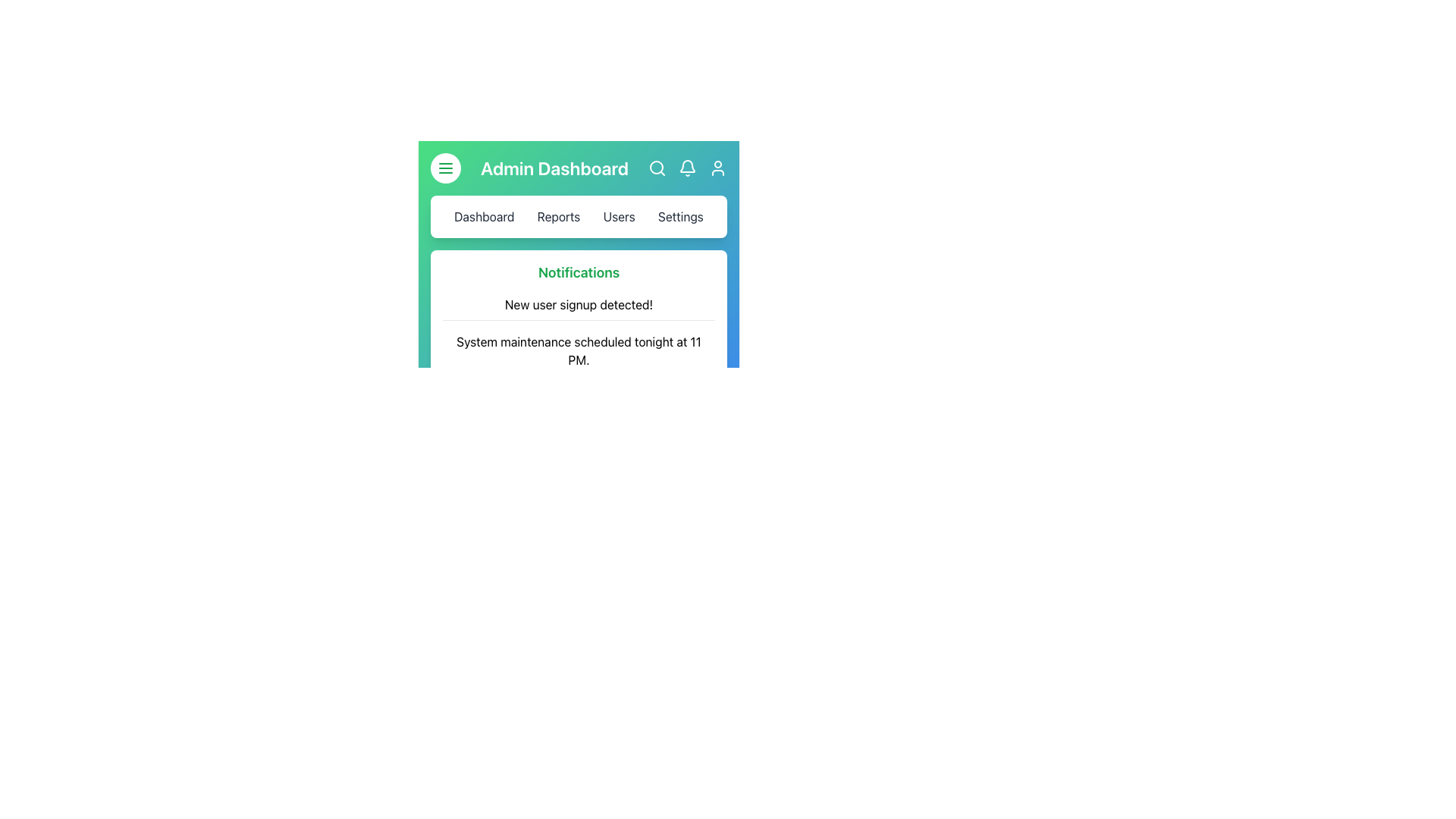 The image size is (1456, 819). I want to click on the 'Reports' navigation menu item, so click(578, 216).